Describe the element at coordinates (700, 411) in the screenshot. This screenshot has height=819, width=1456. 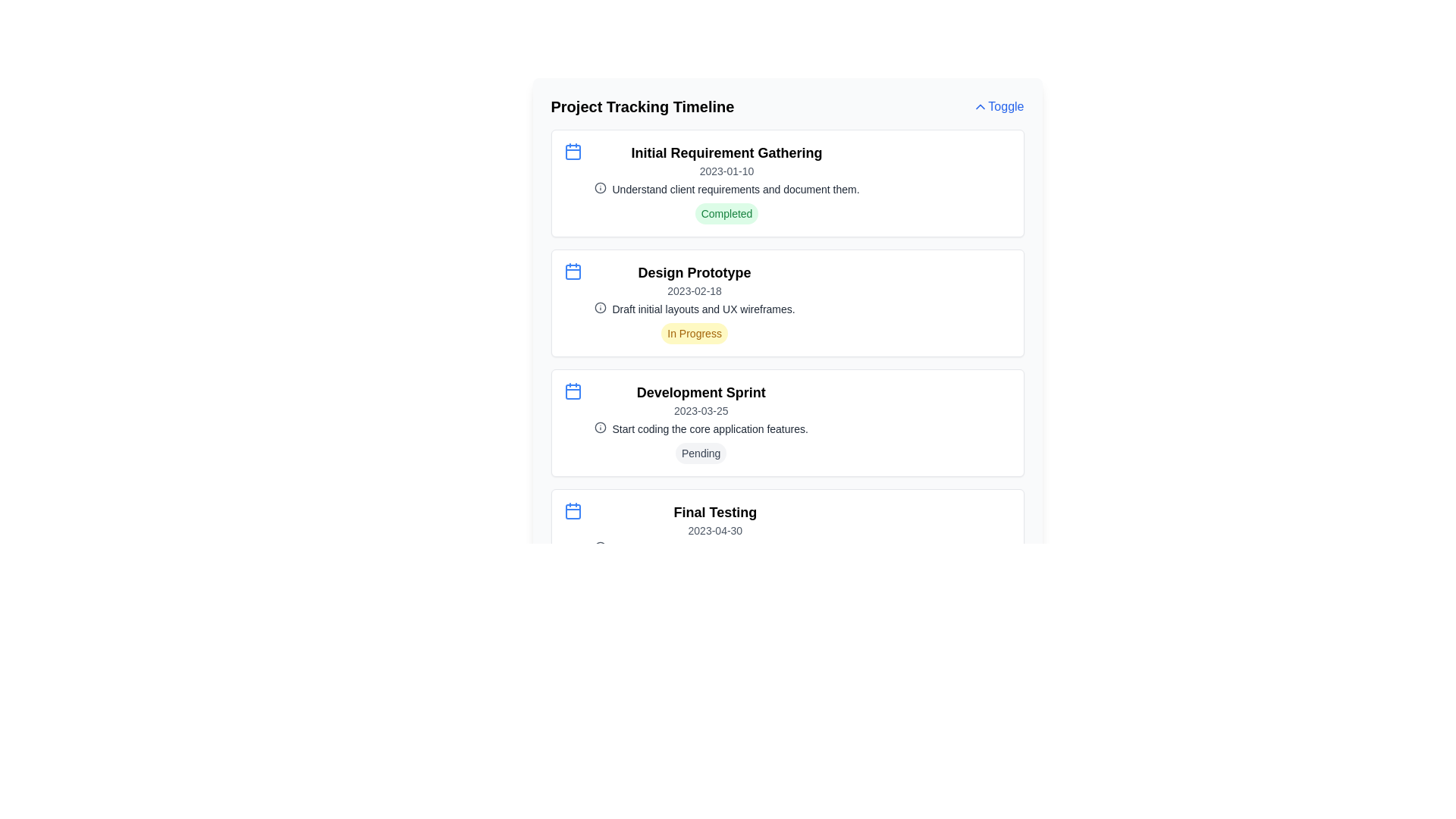
I see `the text content of the date label displaying '2023-03-25', which is styled in gray and positioned beneath the title 'Development Sprint'` at that location.